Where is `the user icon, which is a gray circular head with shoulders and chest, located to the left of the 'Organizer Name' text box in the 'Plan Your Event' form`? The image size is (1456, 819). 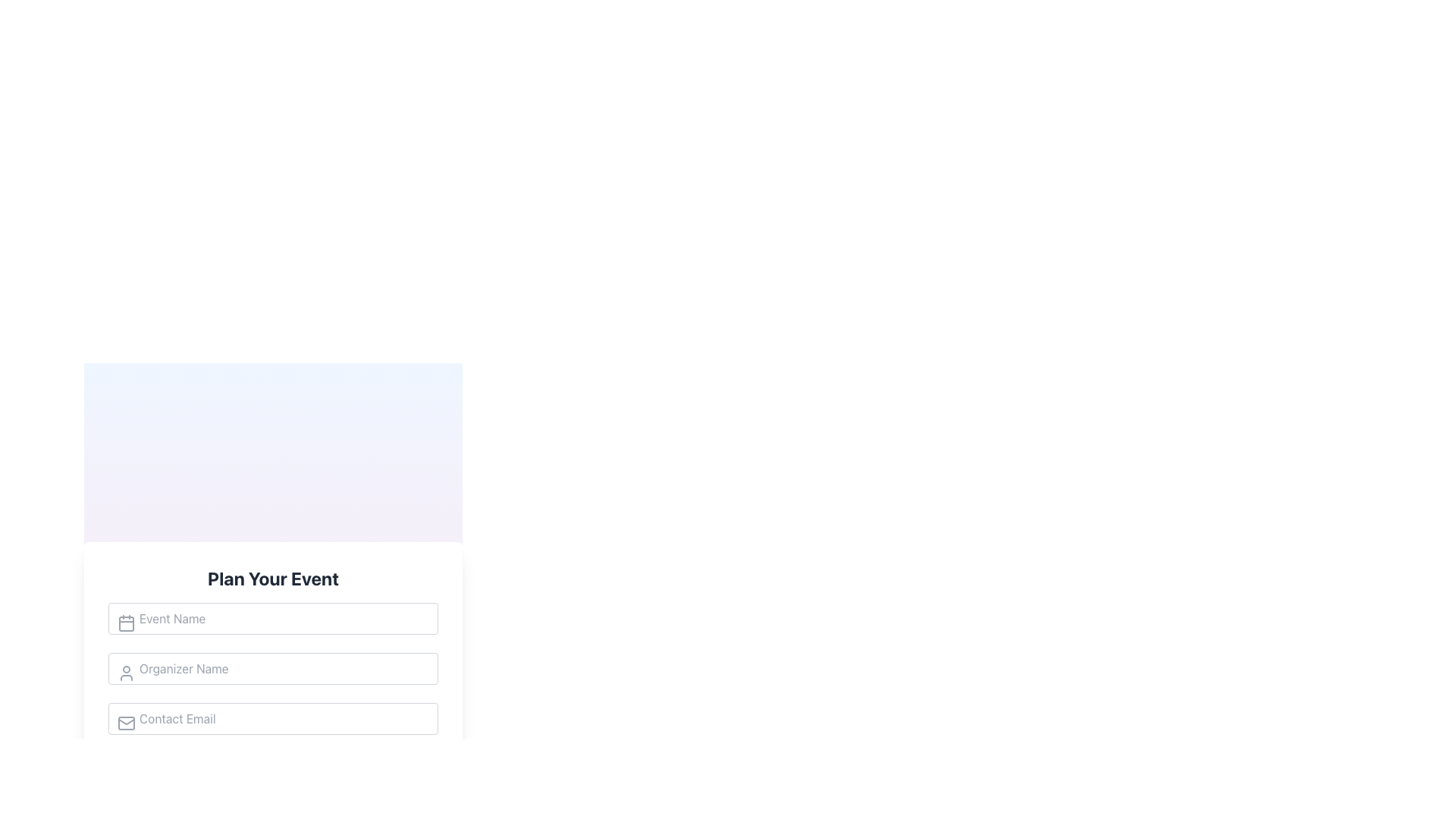
the user icon, which is a gray circular head with shoulders and chest, located to the left of the 'Organizer Name' text box in the 'Plan Your Event' form is located at coordinates (127, 672).